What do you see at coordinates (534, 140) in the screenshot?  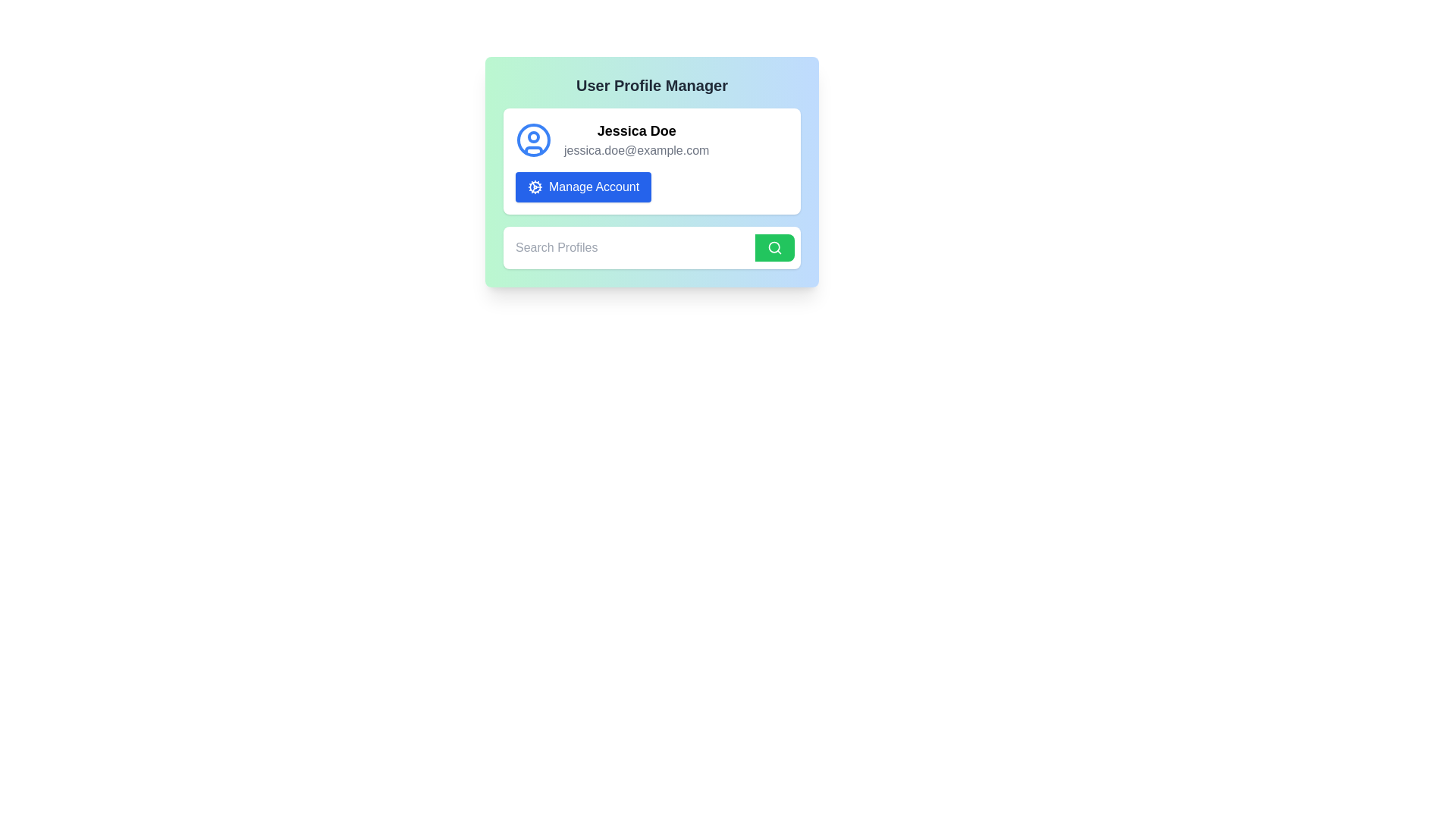 I see `SVG graphic circle element that represents the profile icon above the text labeled 'Jessica Doe' in the user profile card` at bounding box center [534, 140].